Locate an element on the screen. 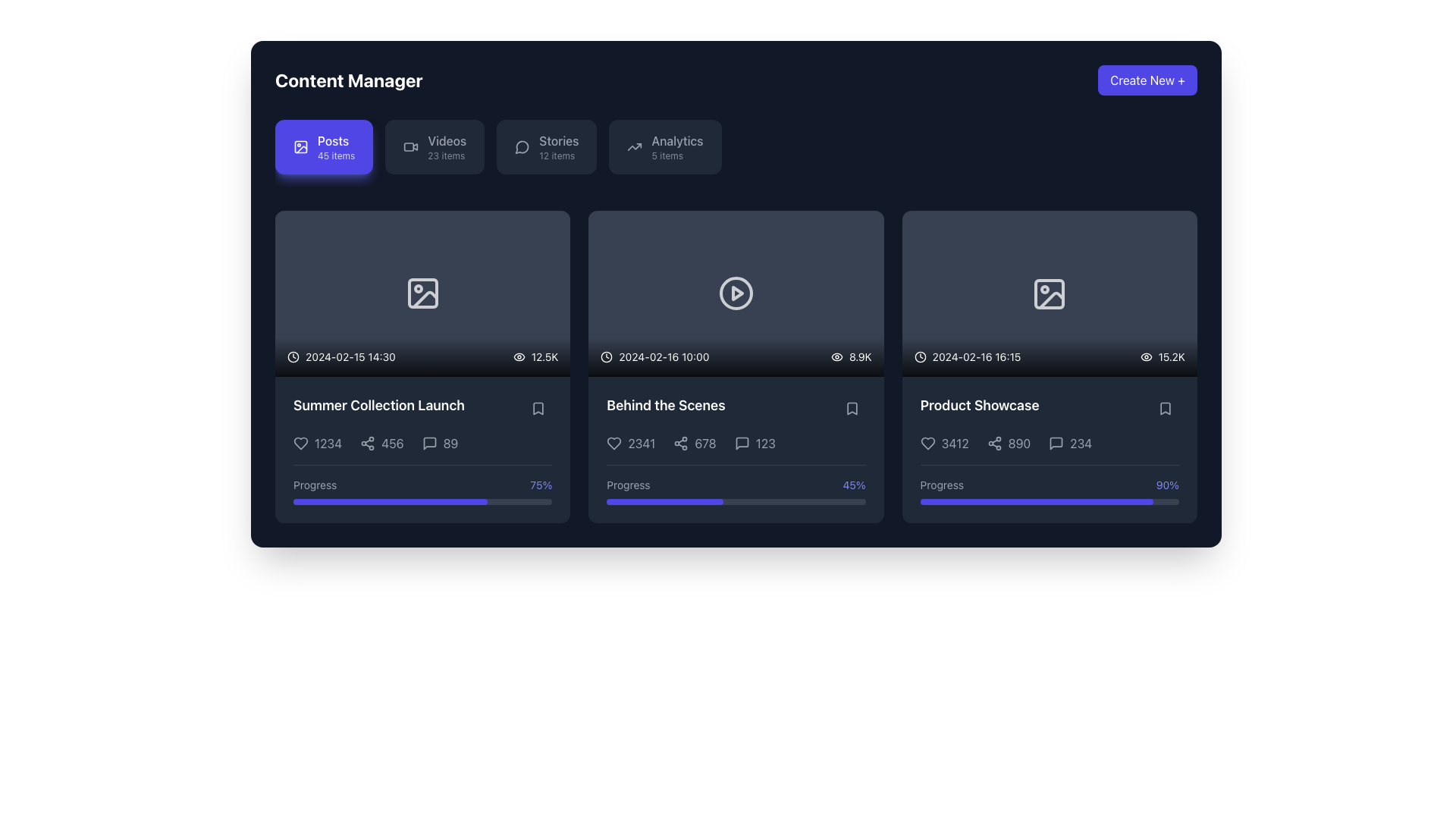 The width and height of the screenshot is (1456, 819). the circular bookmark button located at the upper-right corner of the 'Behind the Scenes' card to bookmark the card is located at coordinates (852, 408).